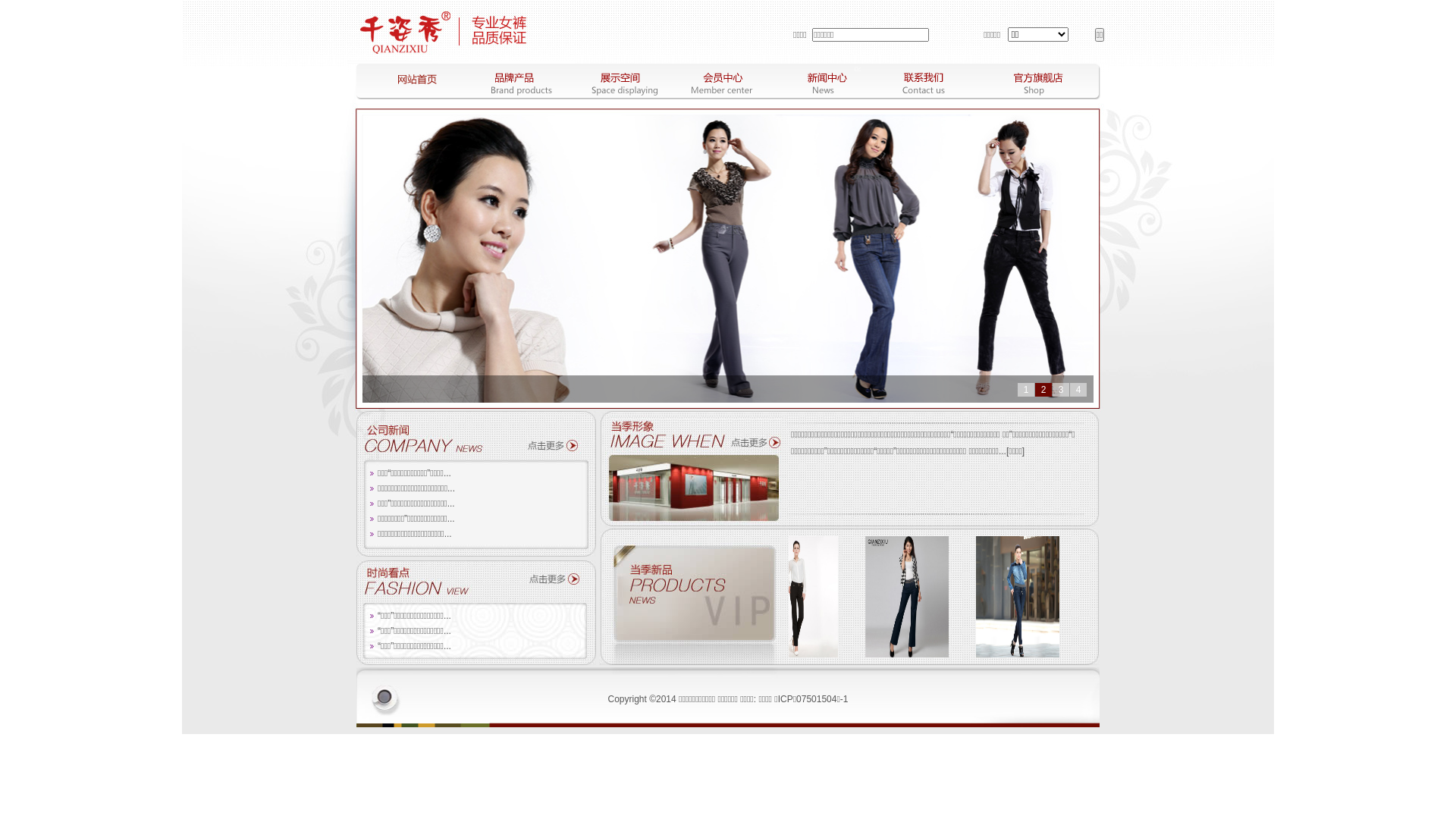 The width and height of the screenshot is (1456, 819). I want to click on '2', so click(1043, 388).